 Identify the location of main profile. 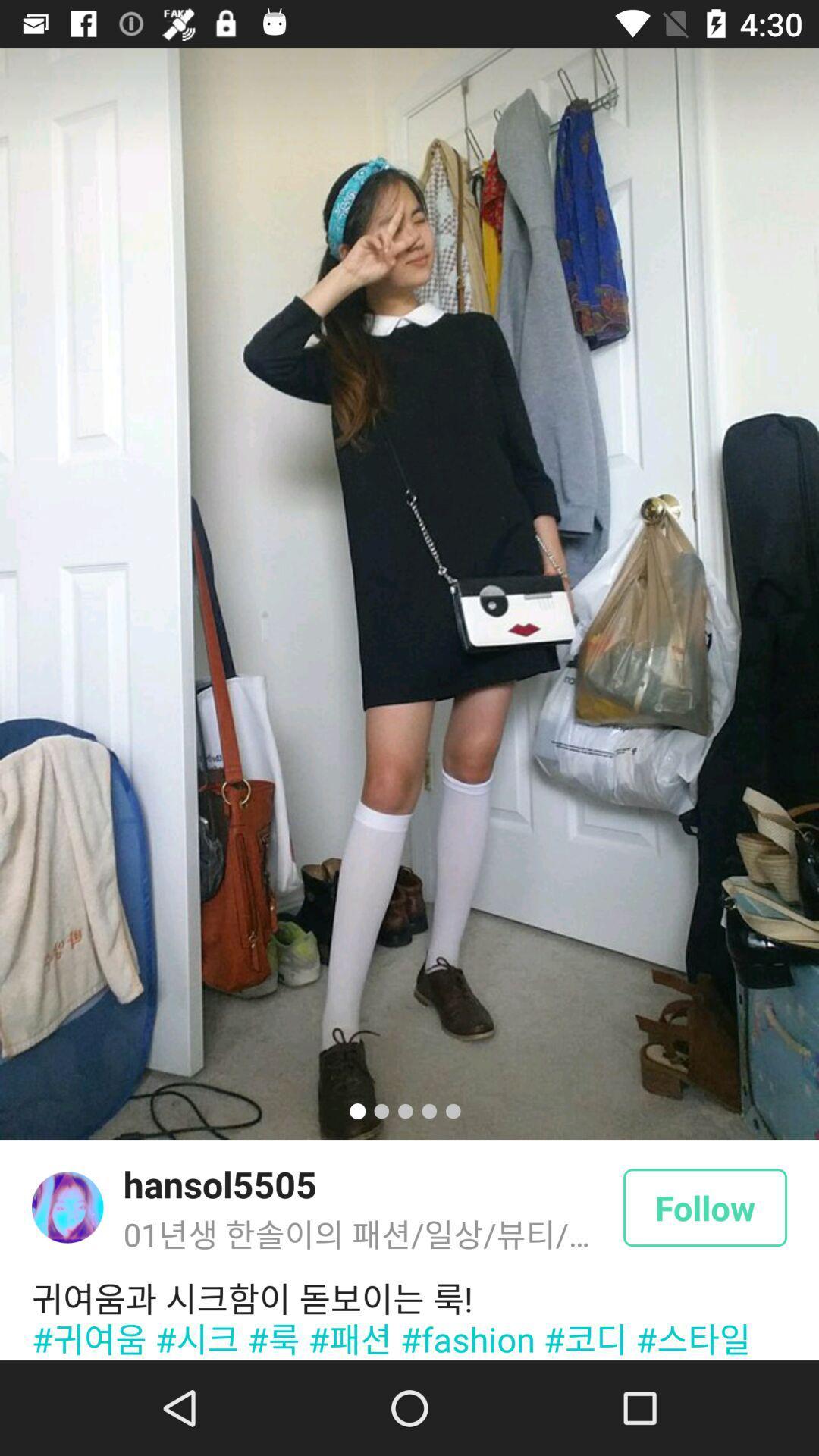
(67, 1207).